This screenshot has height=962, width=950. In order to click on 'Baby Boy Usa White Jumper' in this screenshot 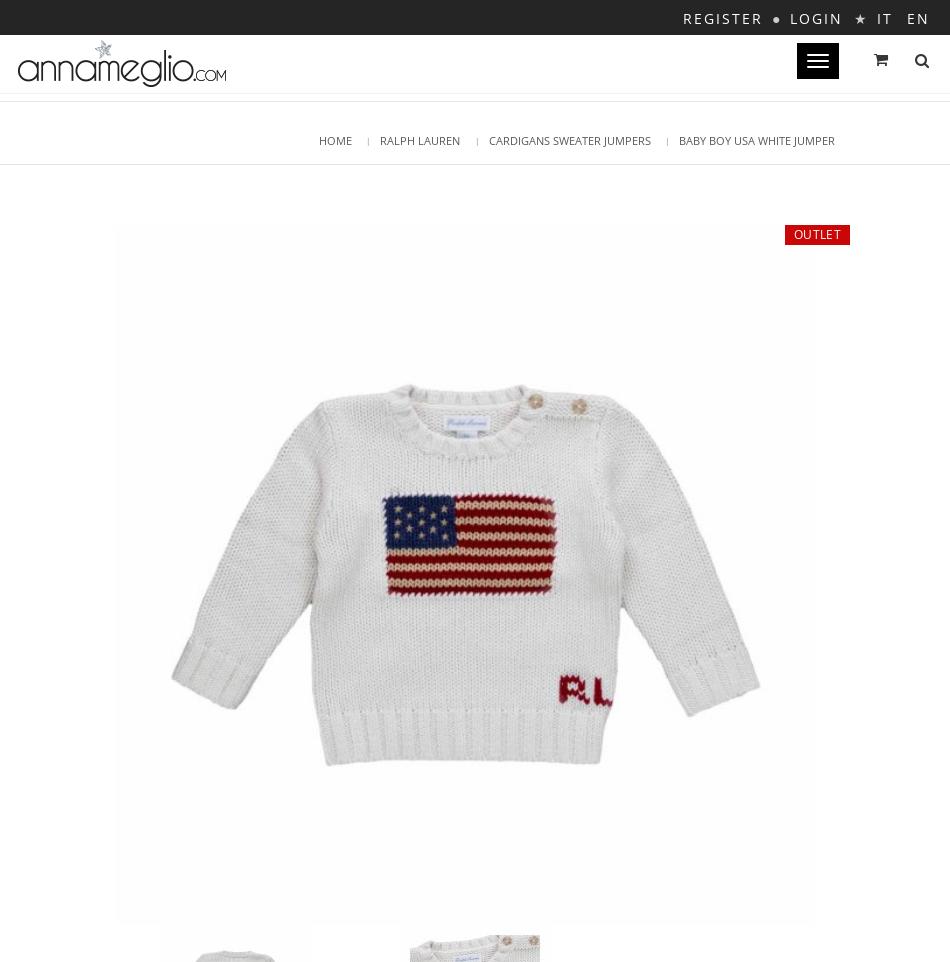, I will do `click(755, 139)`.